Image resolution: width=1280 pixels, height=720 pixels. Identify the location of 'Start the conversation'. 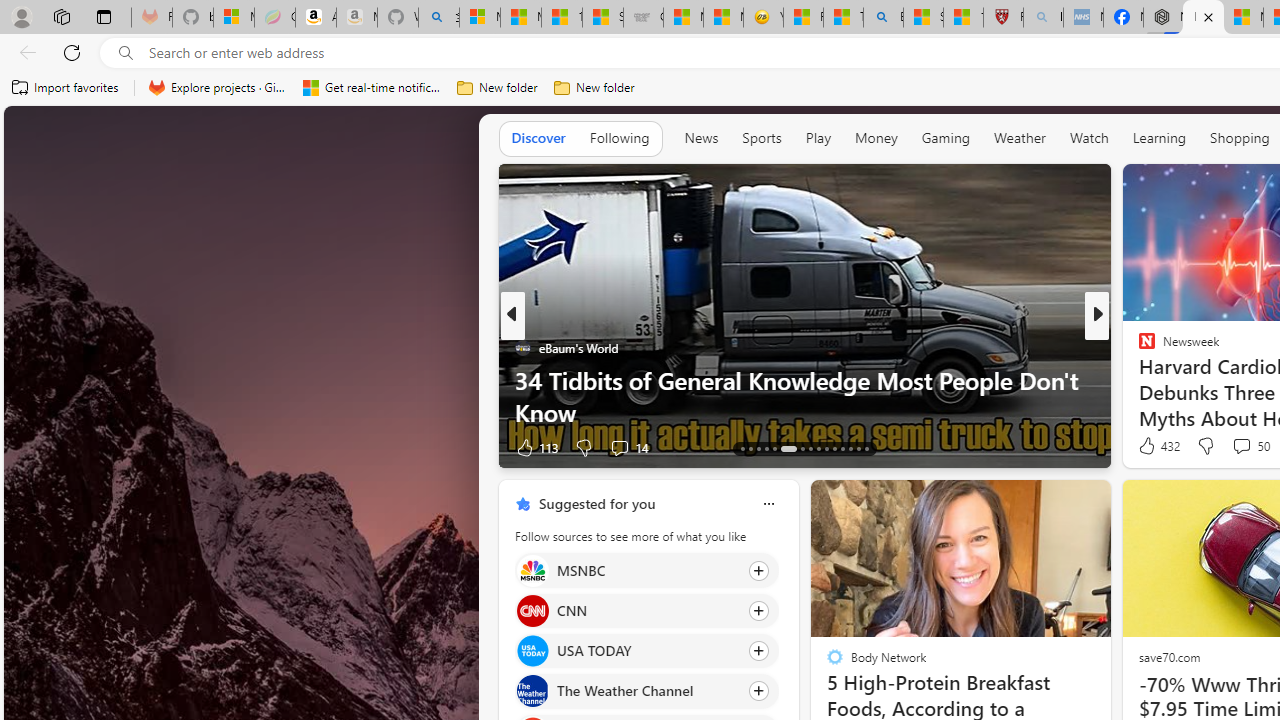
(1221, 446).